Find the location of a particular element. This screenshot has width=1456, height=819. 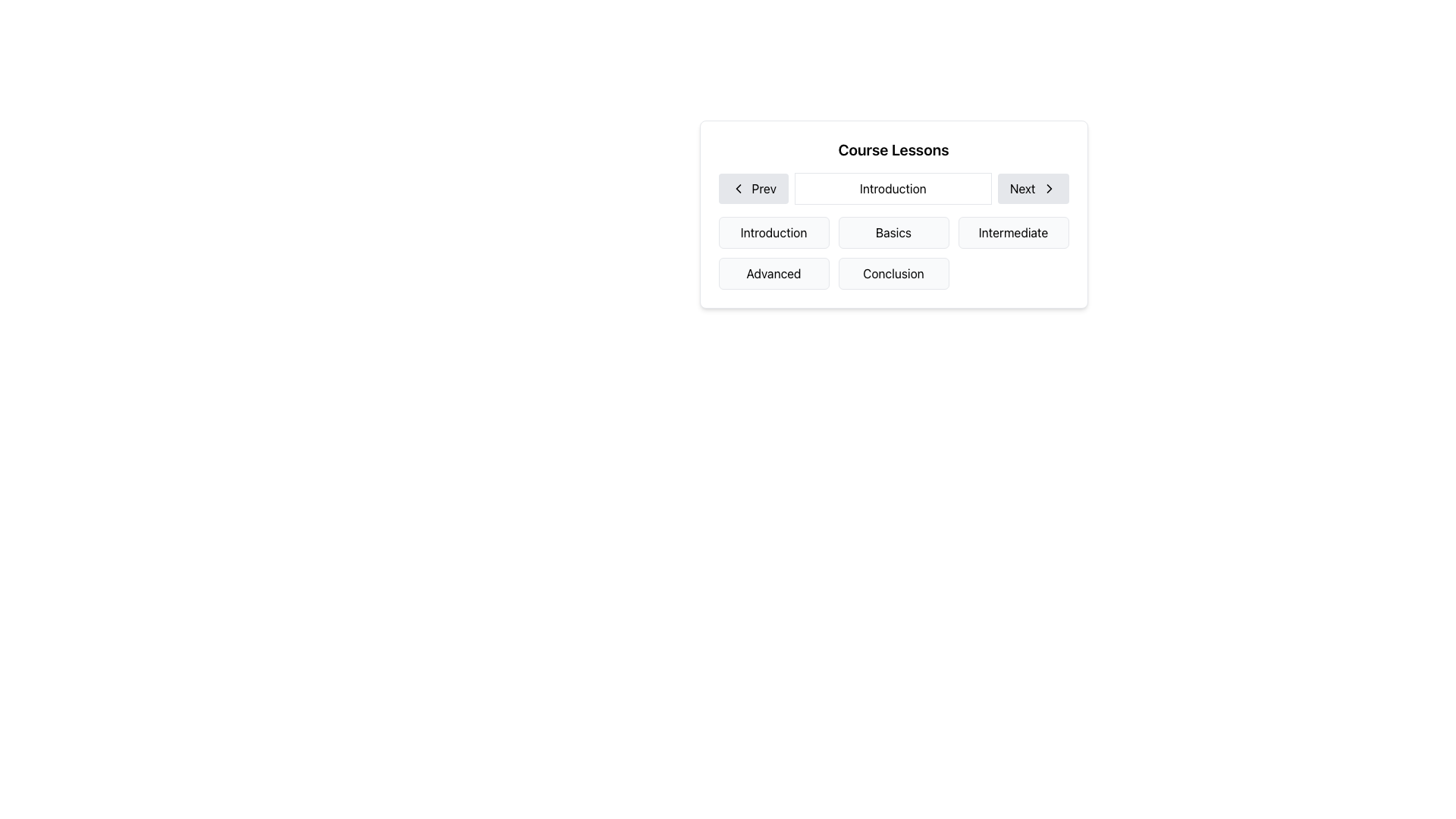

the text label that is part of the 'Next' button, located near the top-right corner of the 'Course Lessons' content box is located at coordinates (1022, 188).